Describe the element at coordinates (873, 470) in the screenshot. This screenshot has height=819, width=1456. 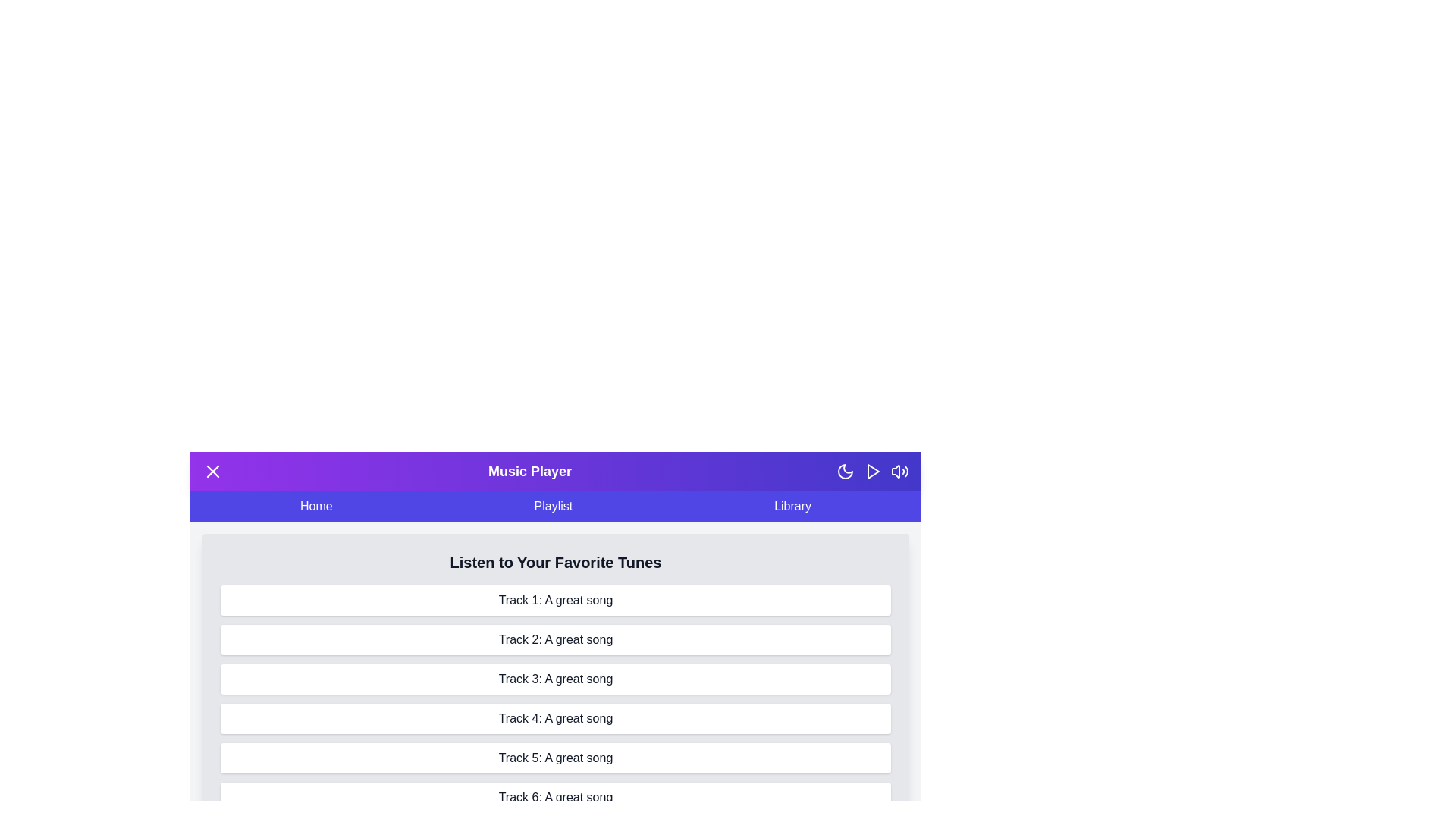
I see `the play/pause button to toggle the music playback state` at that location.